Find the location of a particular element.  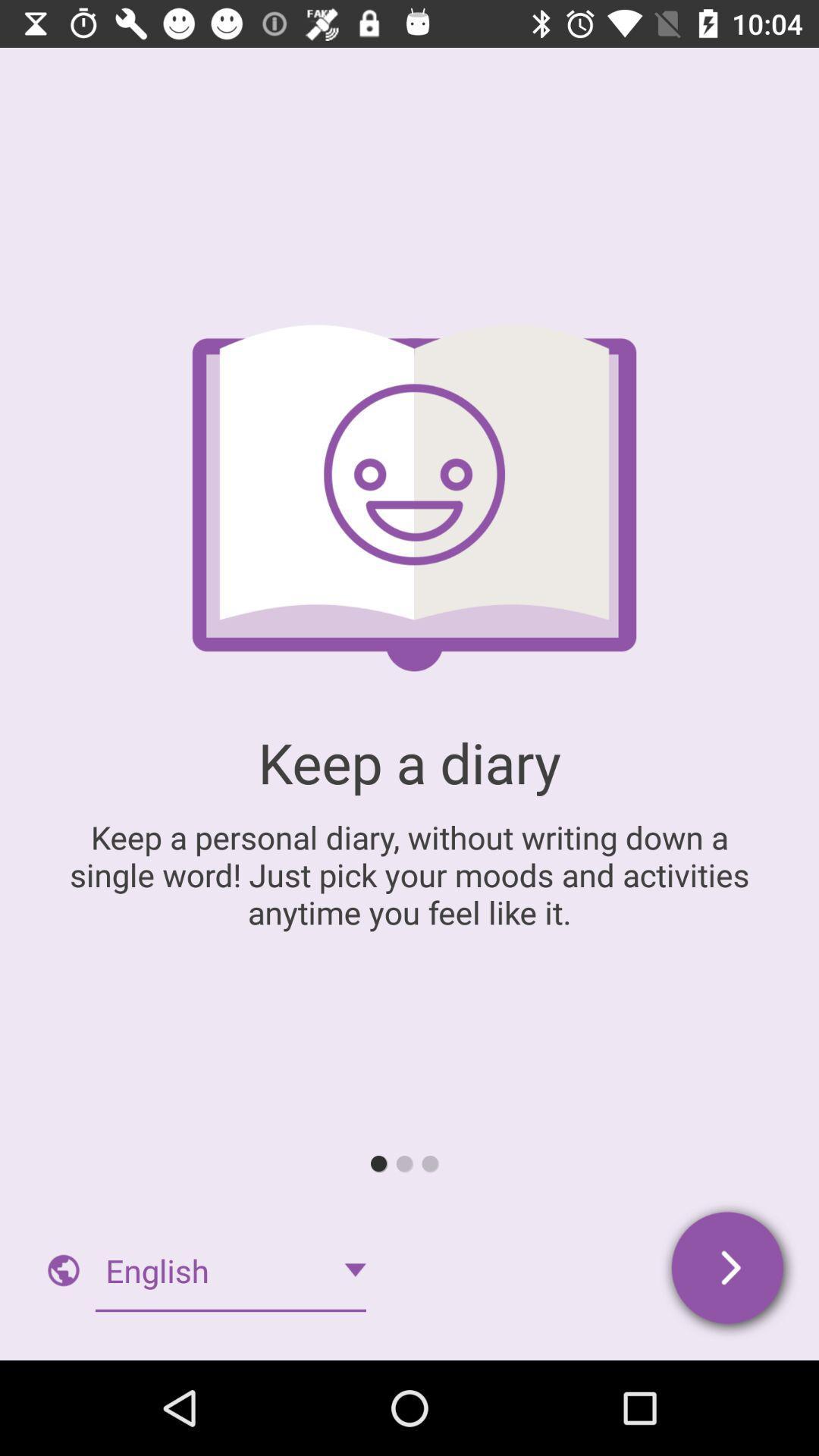

internet option is located at coordinates (63, 1270).